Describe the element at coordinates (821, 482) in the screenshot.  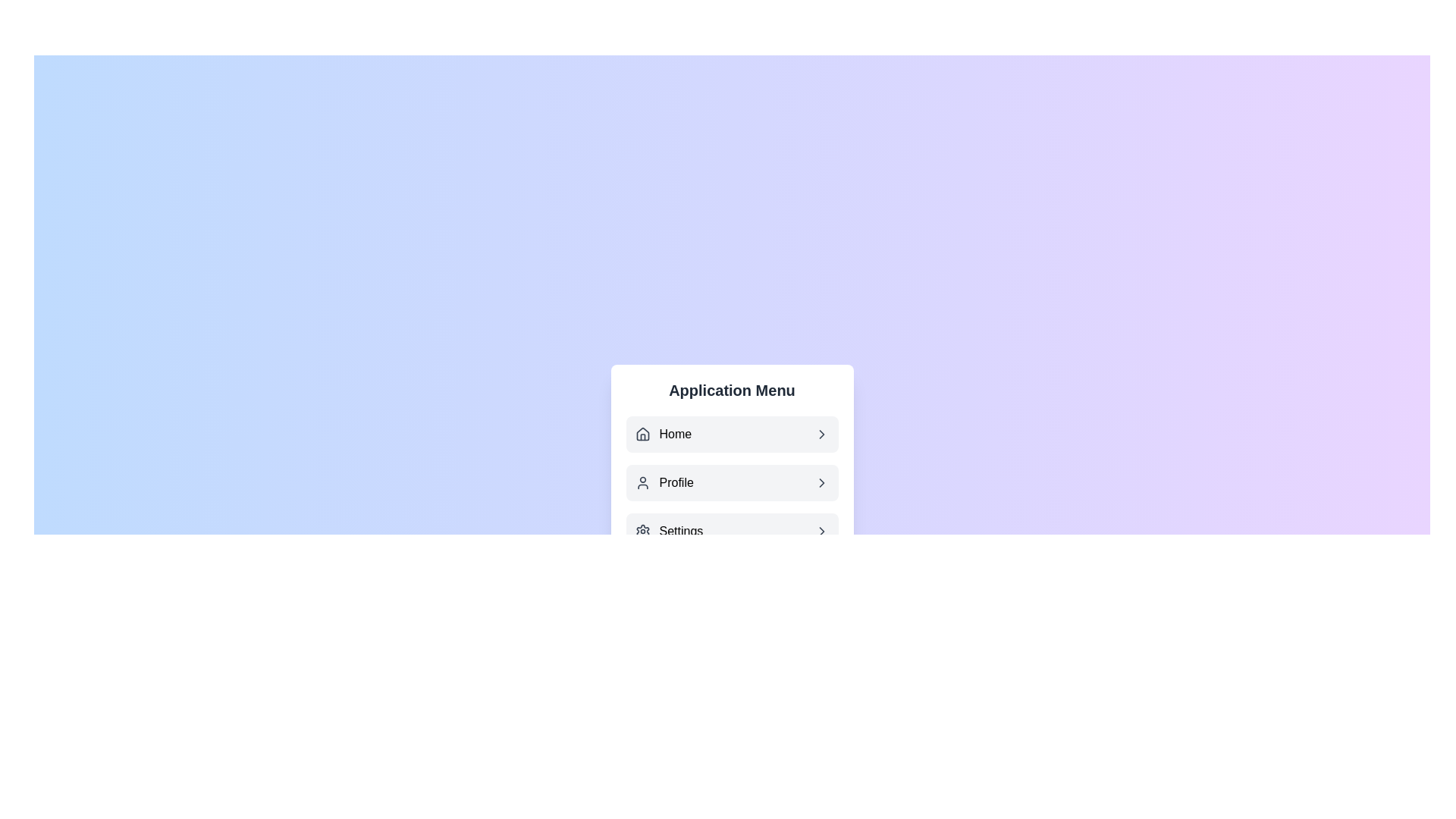
I see `the chevron icon located to the far right of the 'Profile' menu item` at that location.